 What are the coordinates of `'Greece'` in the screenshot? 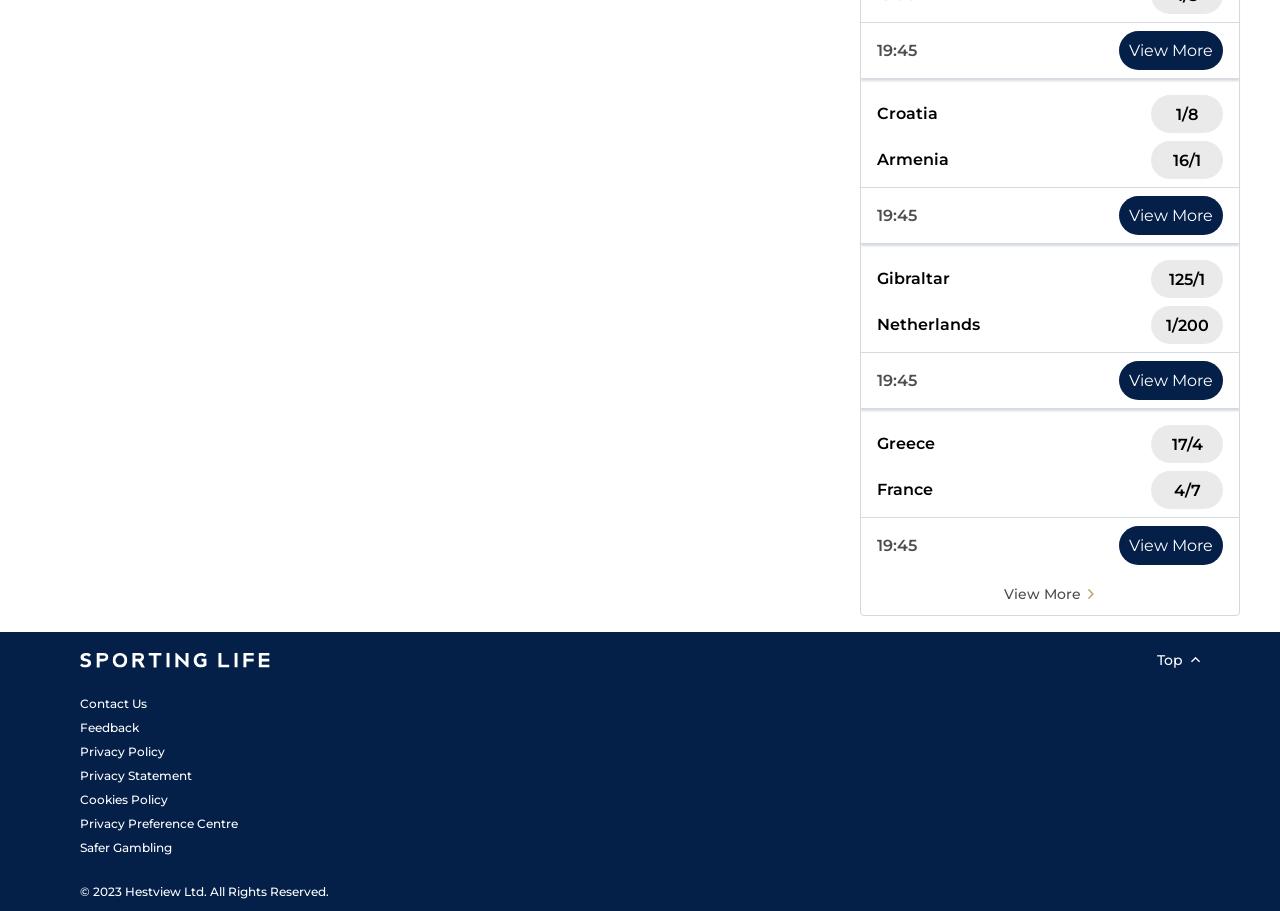 It's located at (877, 443).